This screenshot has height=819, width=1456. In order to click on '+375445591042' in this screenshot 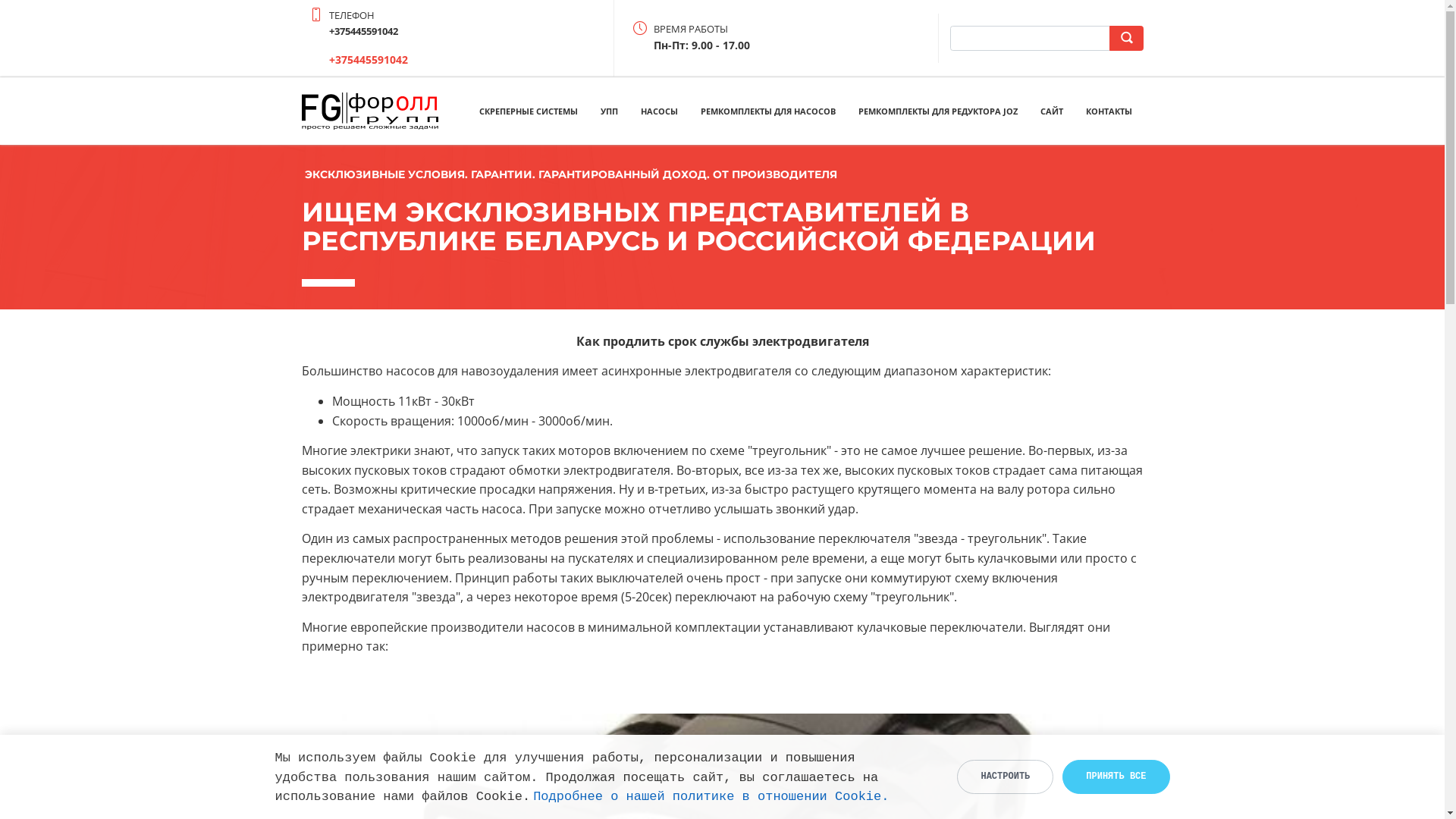, I will do `click(328, 58)`.